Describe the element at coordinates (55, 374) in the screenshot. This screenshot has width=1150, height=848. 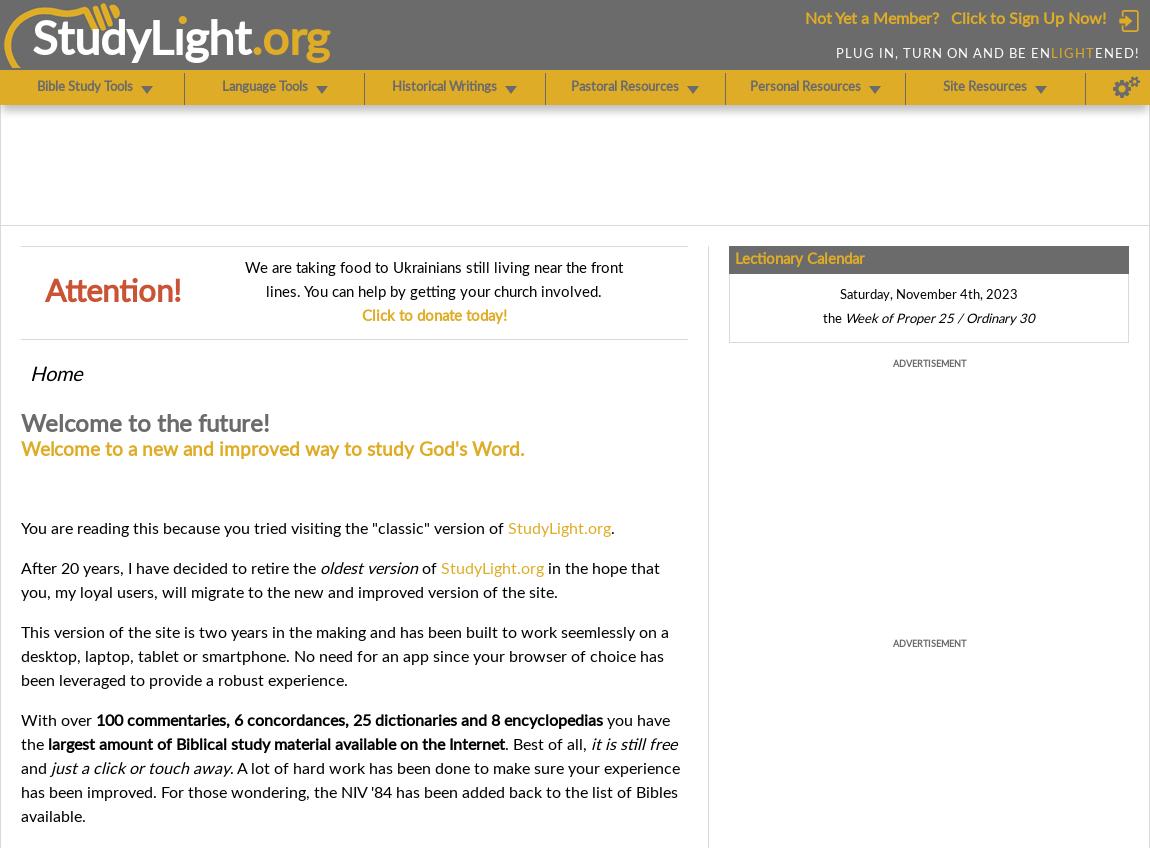
I see `'Home'` at that location.